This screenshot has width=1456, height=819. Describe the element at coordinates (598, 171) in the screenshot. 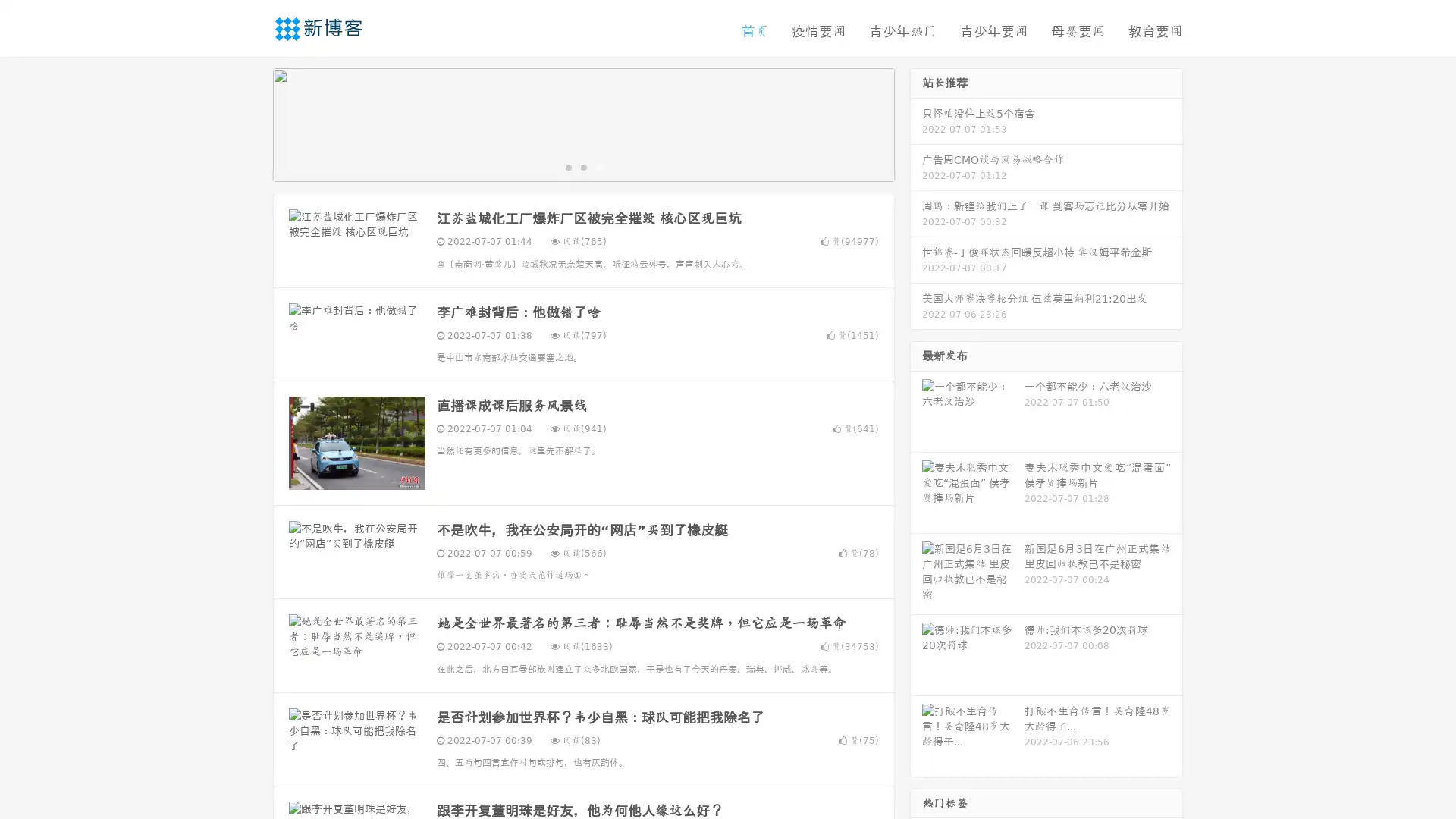

I see `Go to slide 3` at that location.